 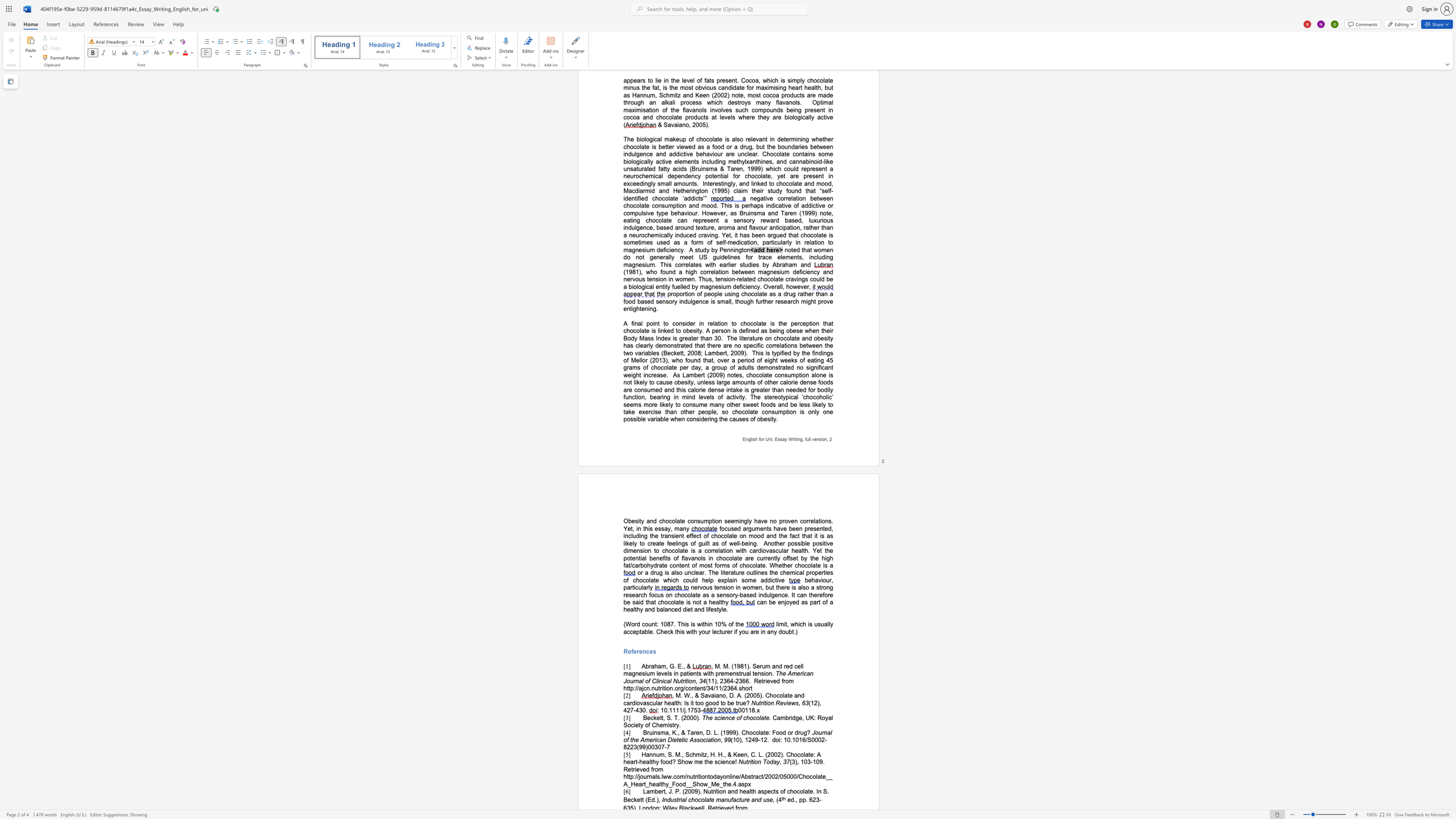 What do you see at coordinates (755, 732) in the screenshot?
I see `the subset text "olate: Food or drug?" within the text "Bruinsma, K., & Taren, D. L. (1999). Chocolate: Food or drug?"` at bounding box center [755, 732].